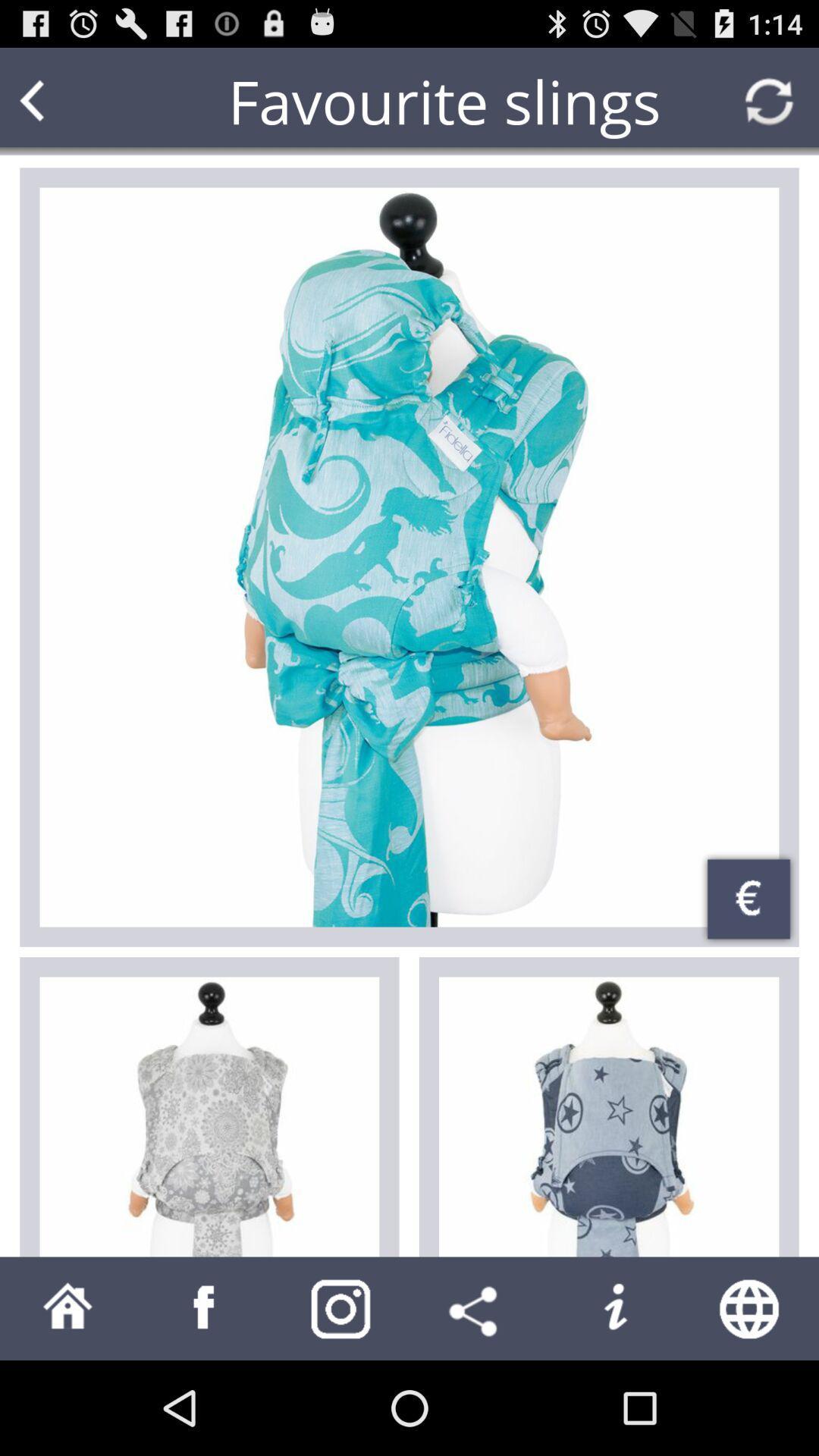 This screenshot has height=1456, width=819. I want to click on share button, so click(476, 1307).